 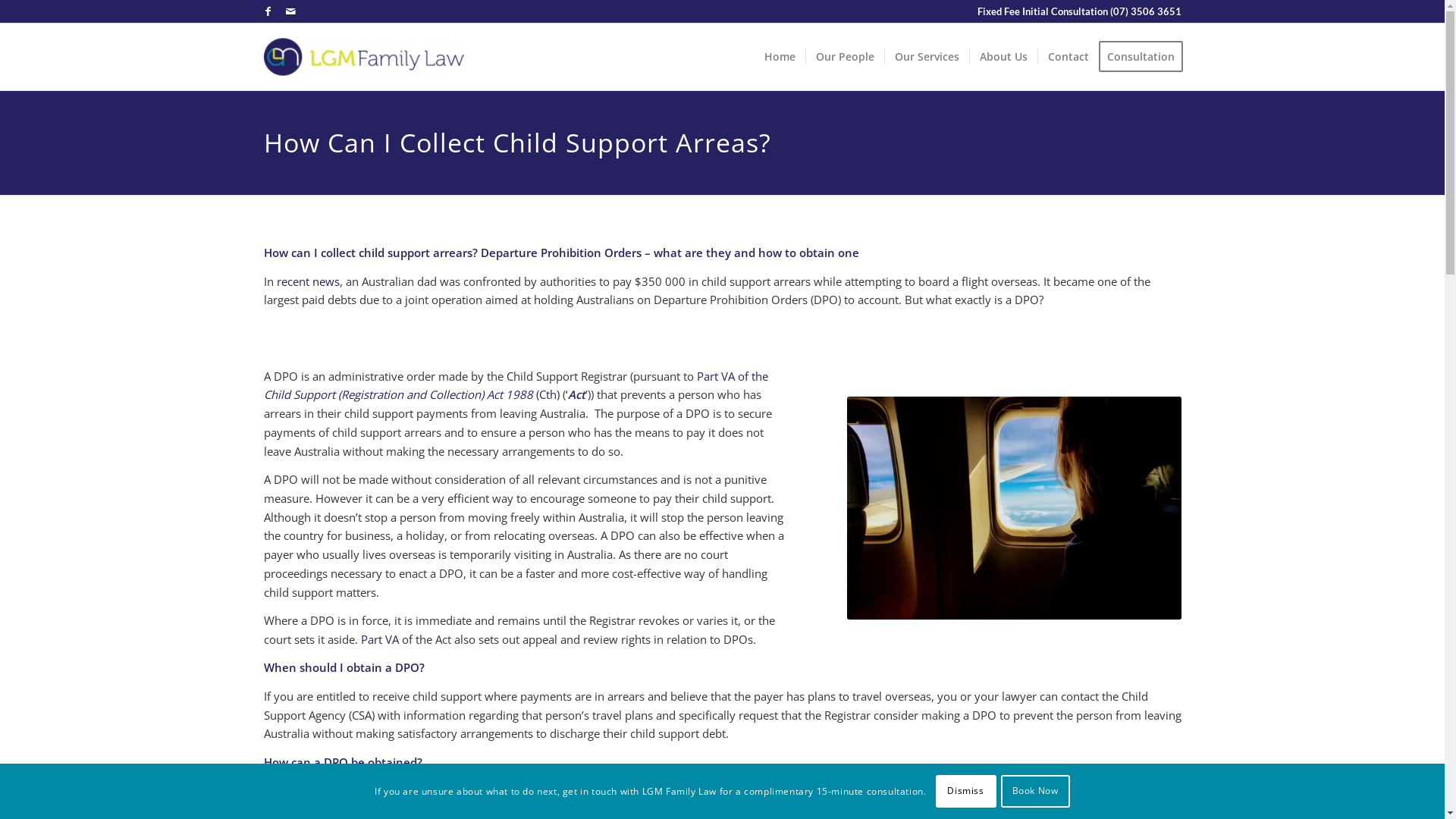 What do you see at coordinates (267, 11) in the screenshot?
I see `'Facebook'` at bounding box center [267, 11].